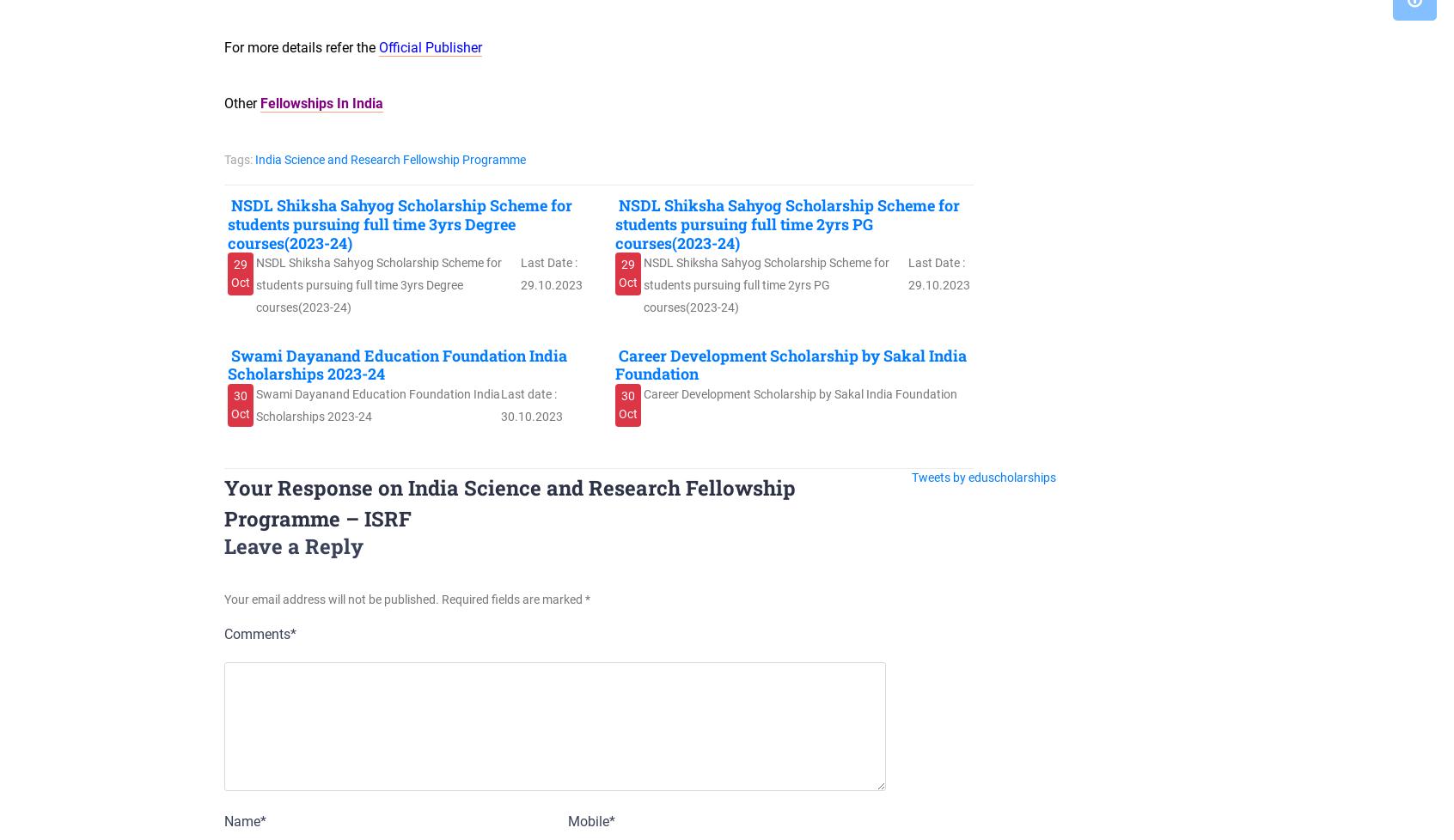 This screenshot has width=1454, height=840. What do you see at coordinates (321, 102) in the screenshot?
I see `'Fellowships In India'` at bounding box center [321, 102].